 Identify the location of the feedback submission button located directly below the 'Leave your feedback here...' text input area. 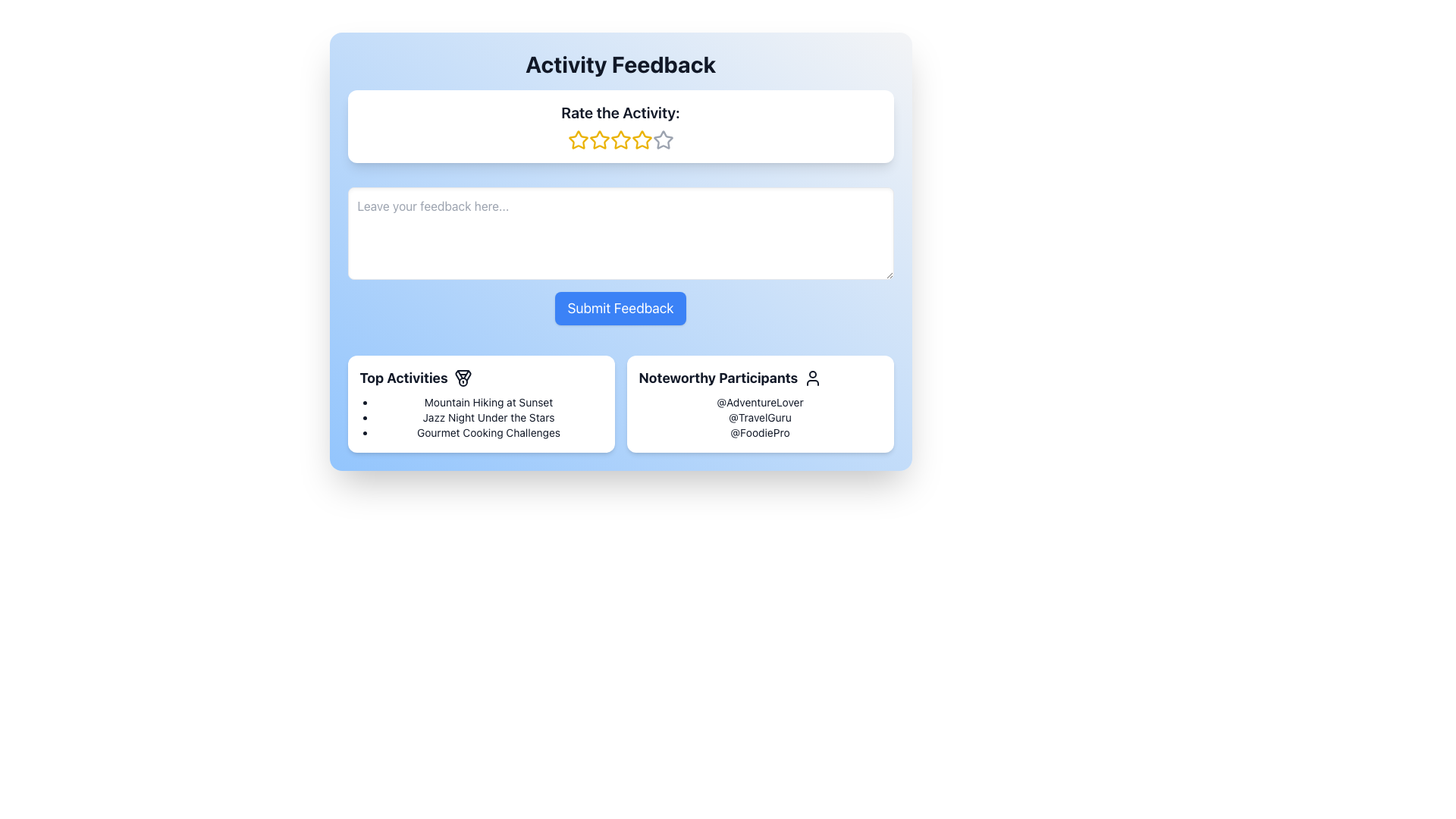
(620, 308).